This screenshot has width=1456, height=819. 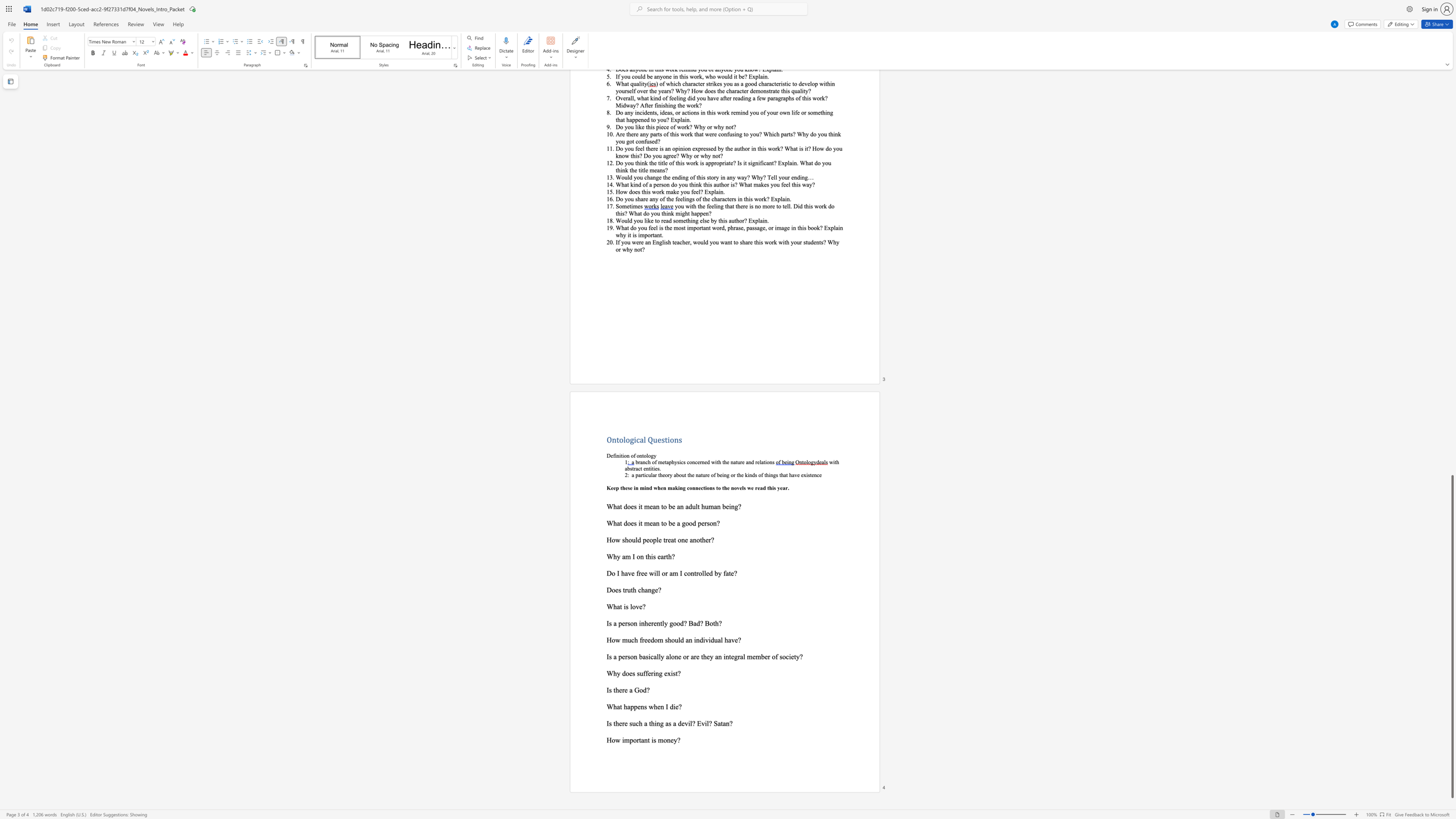 What do you see at coordinates (815, 474) in the screenshot?
I see `the 5th character "n" in the text` at bounding box center [815, 474].